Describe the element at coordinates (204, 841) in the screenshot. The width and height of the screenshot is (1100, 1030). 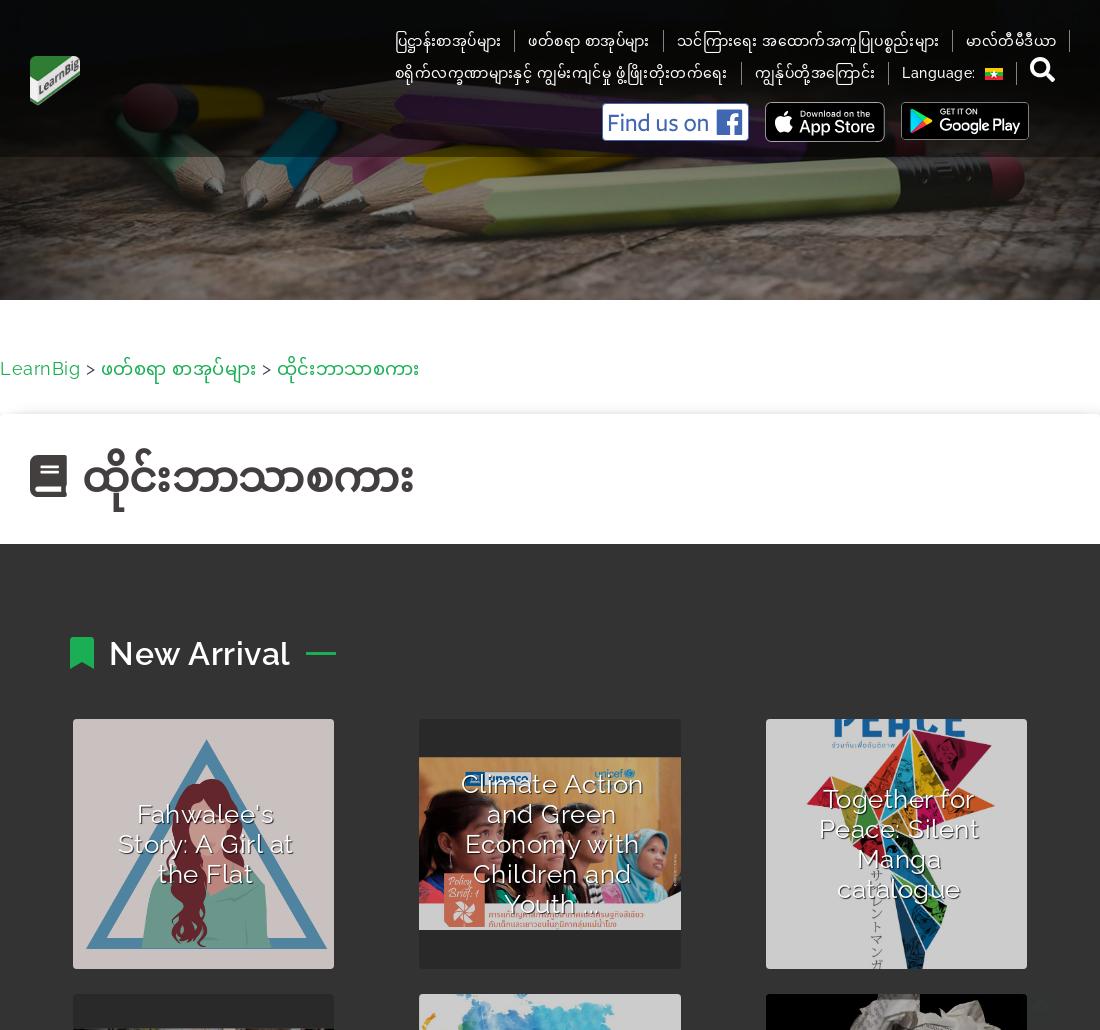
I see `'Fahwalee's Story: A Girl at the Flat'` at that location.